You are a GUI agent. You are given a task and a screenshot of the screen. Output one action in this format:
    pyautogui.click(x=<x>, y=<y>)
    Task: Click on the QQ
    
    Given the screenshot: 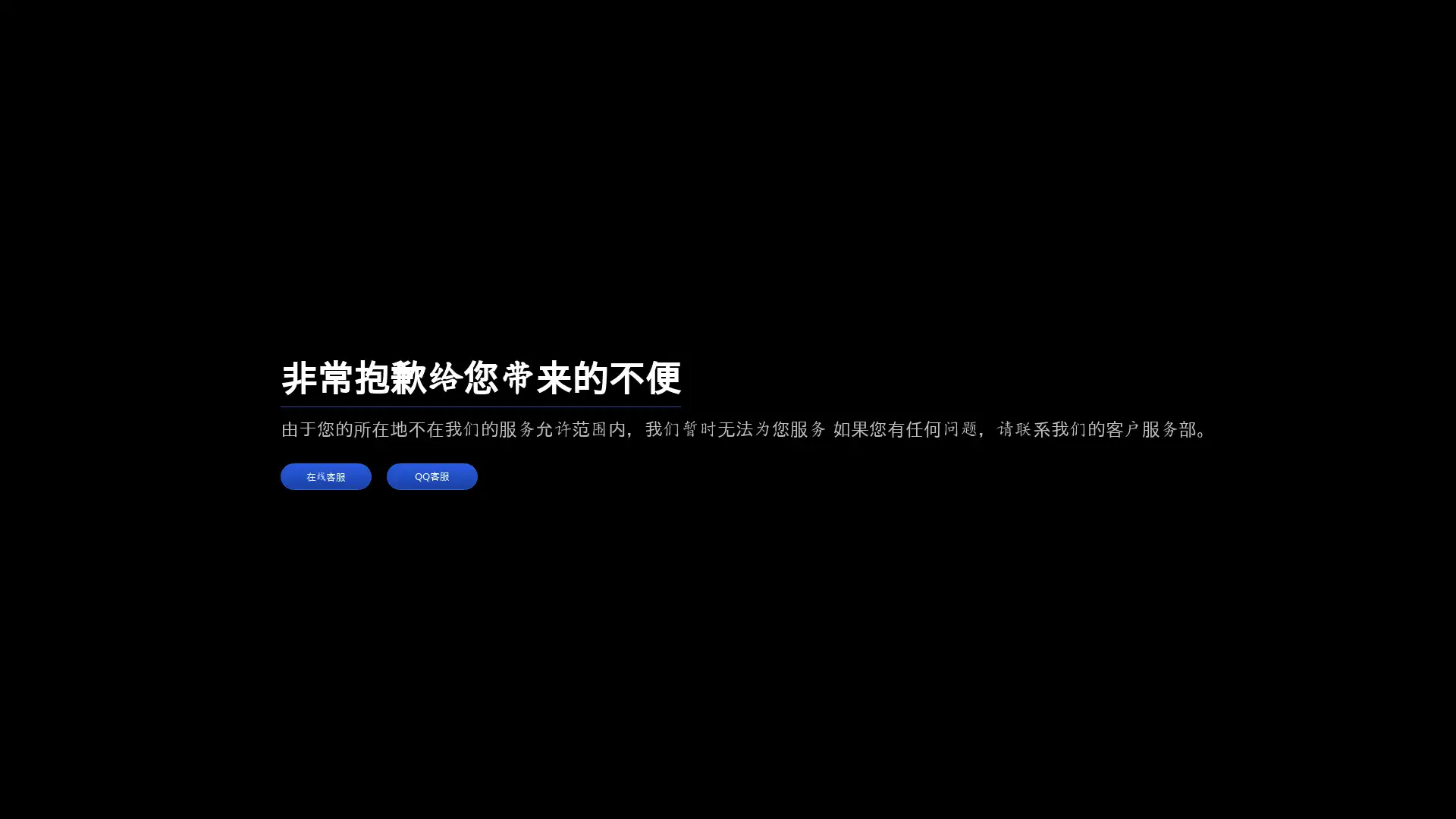 What is the action you would take?
    pyautogui.click(x=431, y=475)
    